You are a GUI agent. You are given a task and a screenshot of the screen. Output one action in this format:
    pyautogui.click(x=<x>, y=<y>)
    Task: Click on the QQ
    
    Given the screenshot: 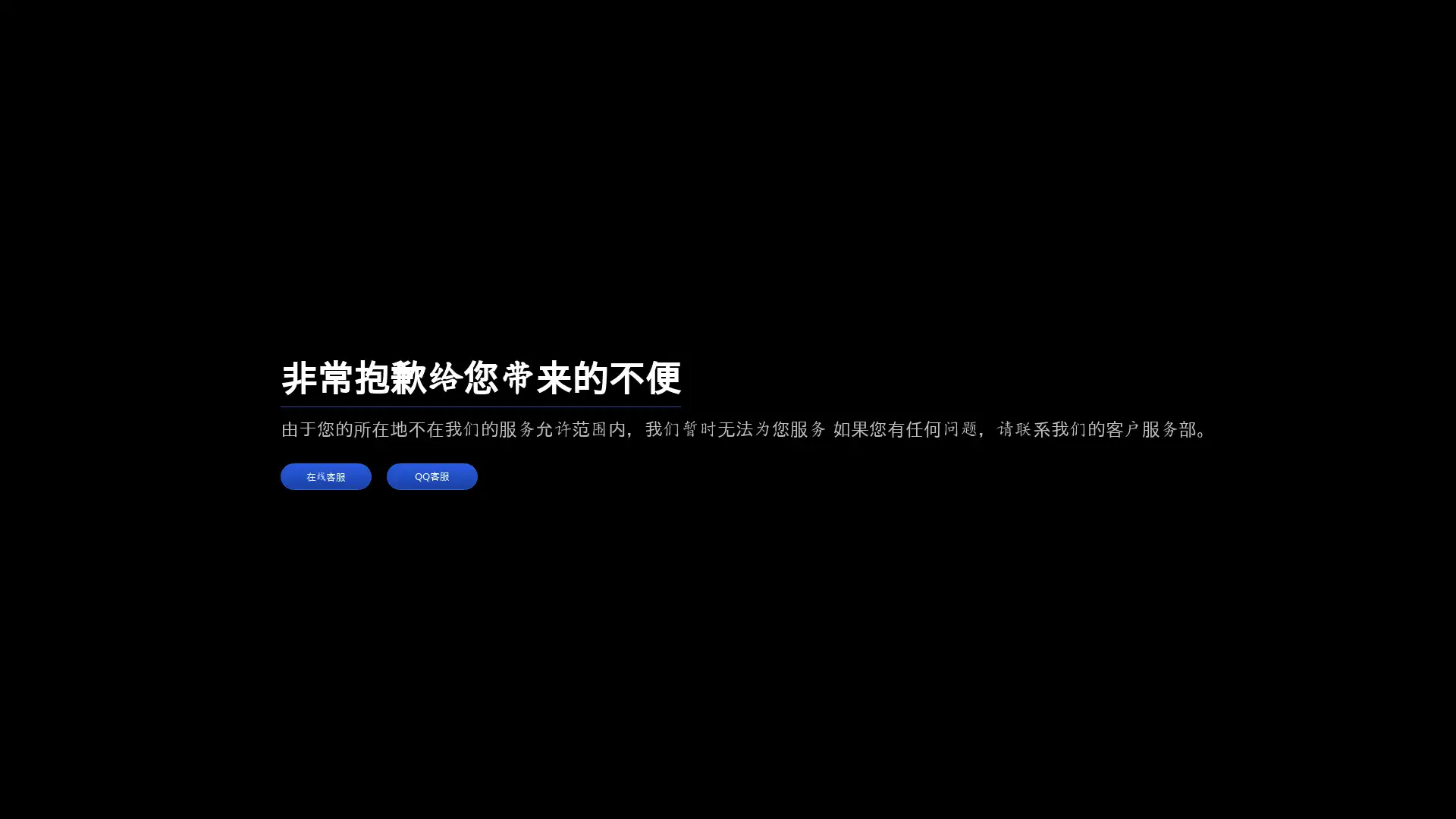 What is the action you would take?
    pyautogui.click(x=431, y=475)
    